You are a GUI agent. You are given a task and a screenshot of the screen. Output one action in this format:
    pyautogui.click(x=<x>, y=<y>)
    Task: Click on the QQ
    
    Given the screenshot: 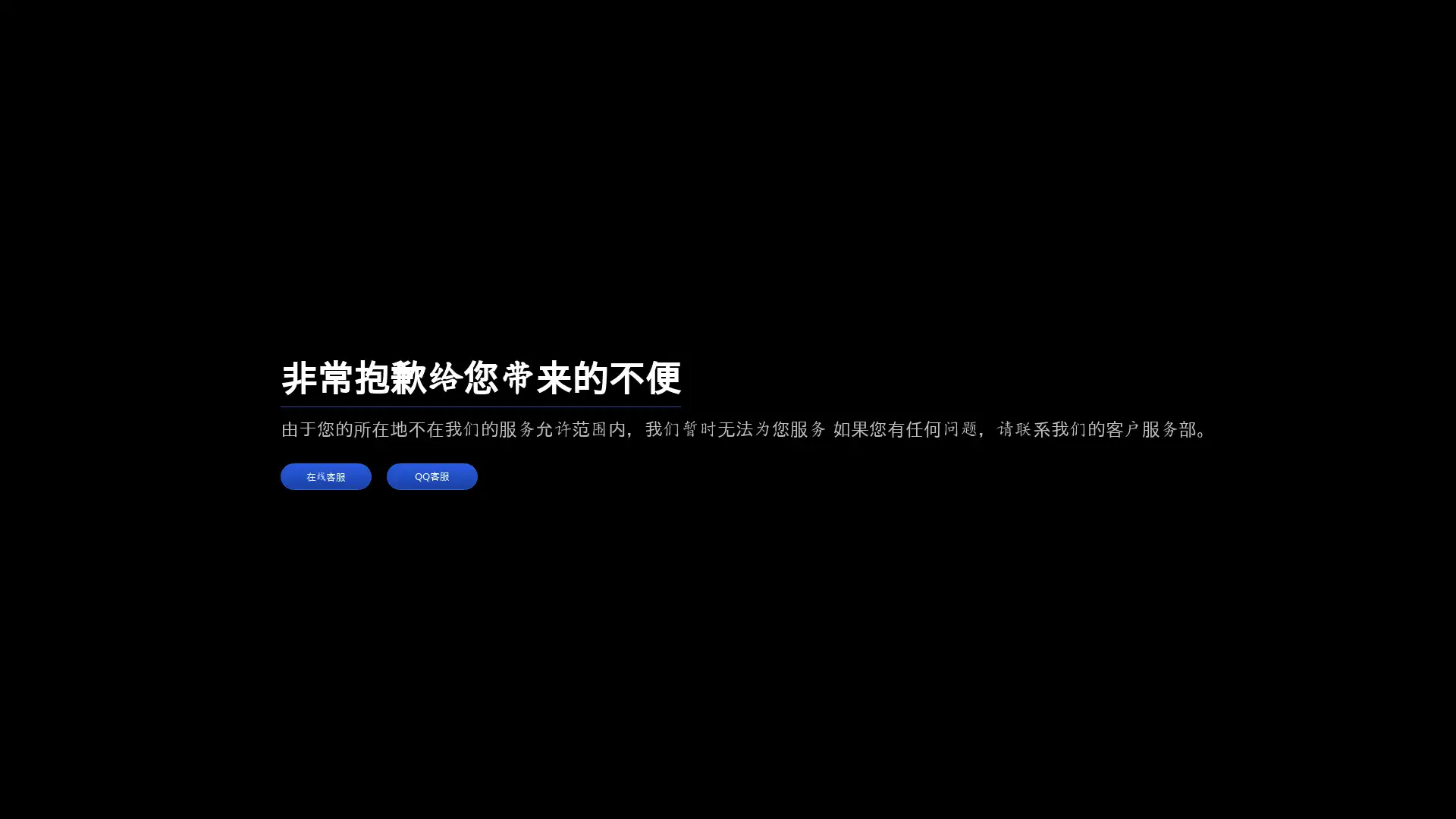 What is the action you would take?
    pyautogui.click(x=431, y=475)
    